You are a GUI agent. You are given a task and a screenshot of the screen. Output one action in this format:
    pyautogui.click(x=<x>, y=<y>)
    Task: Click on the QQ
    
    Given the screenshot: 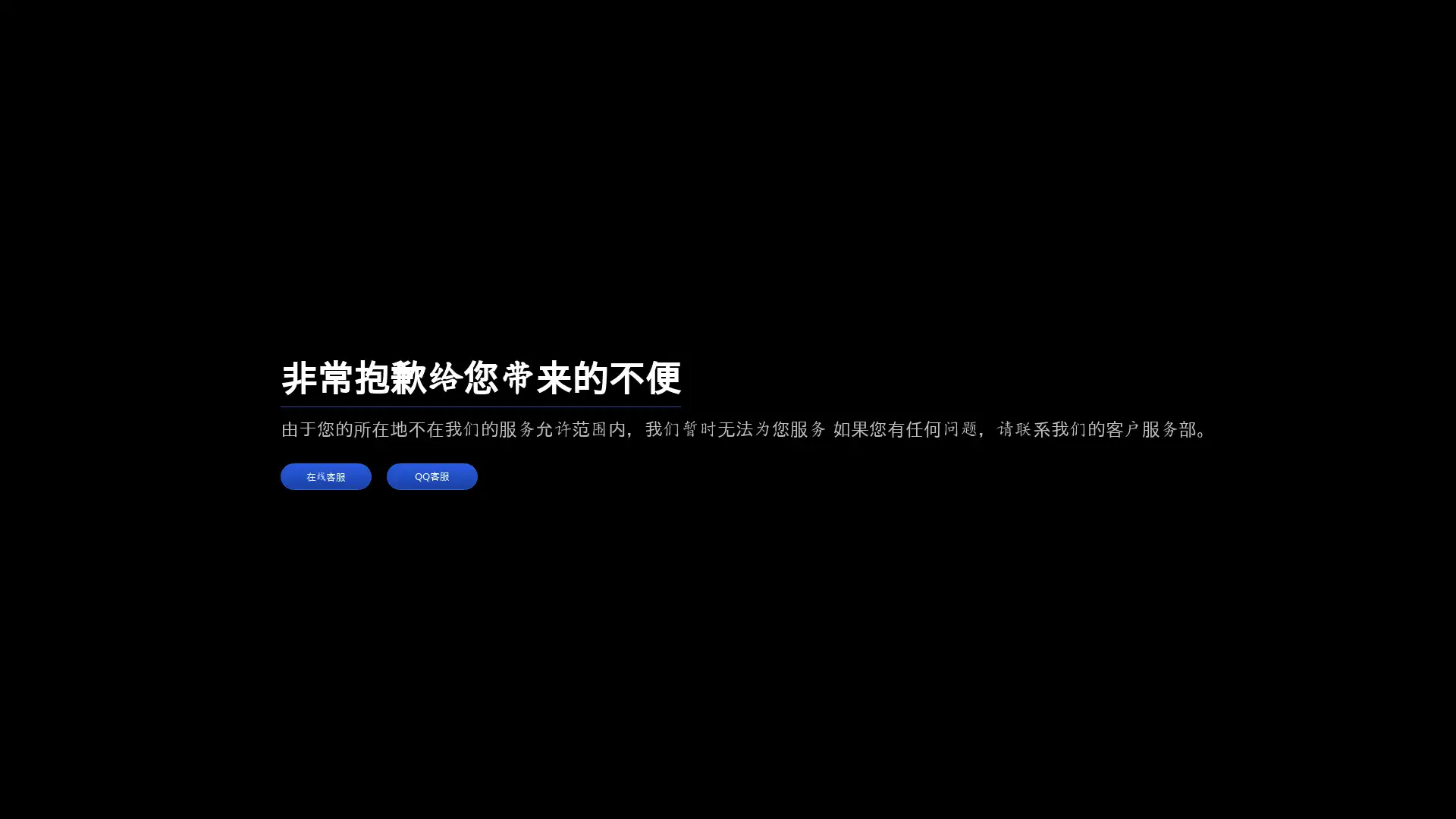 What is the action you would take?
    pyautogui.click(x=431, y=475)
    